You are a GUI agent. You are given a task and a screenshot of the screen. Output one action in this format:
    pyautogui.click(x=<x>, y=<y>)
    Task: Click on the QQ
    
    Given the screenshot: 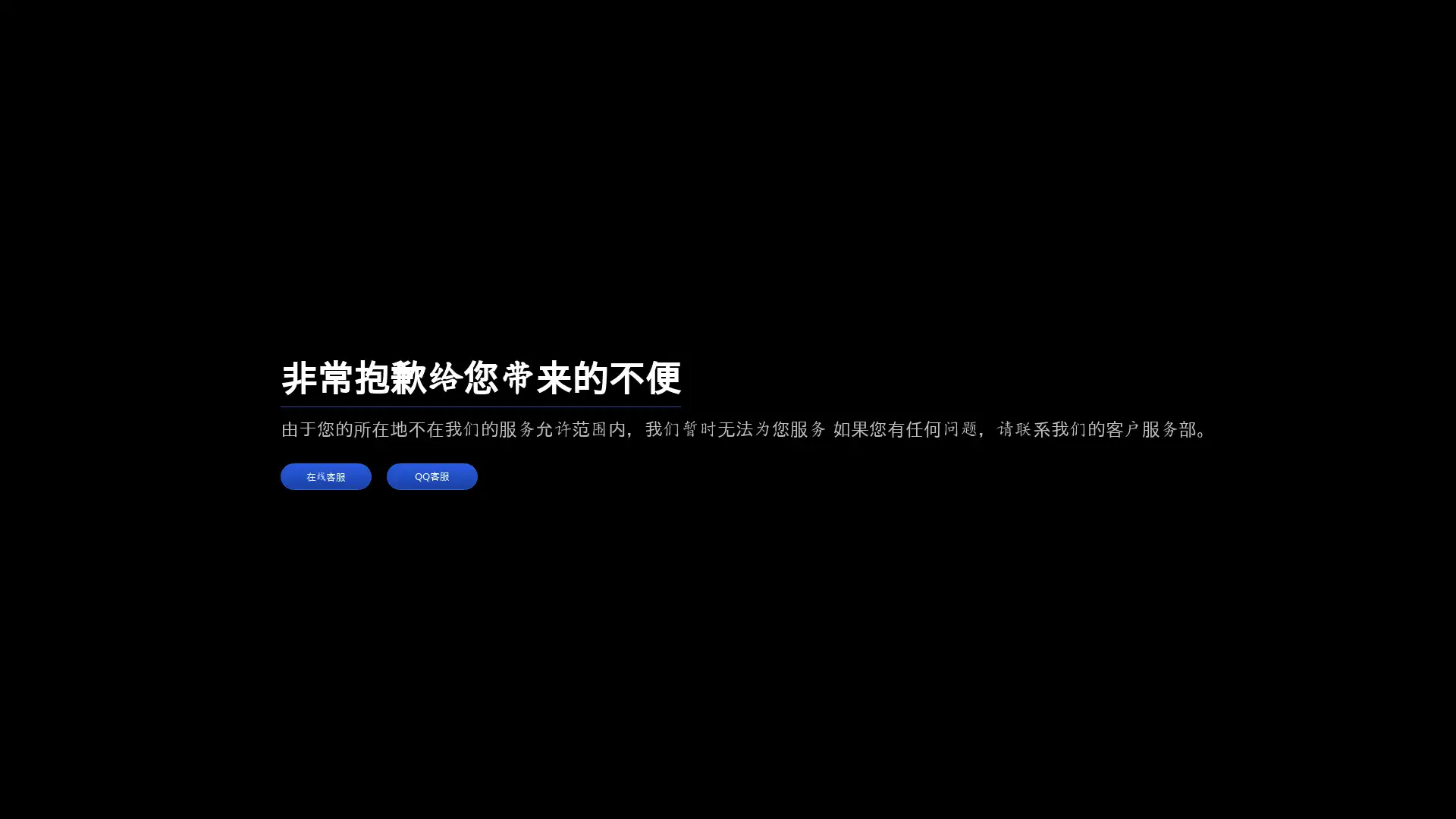 What is the action you would take?
    pyautogui.click(x=431, y=475)
    